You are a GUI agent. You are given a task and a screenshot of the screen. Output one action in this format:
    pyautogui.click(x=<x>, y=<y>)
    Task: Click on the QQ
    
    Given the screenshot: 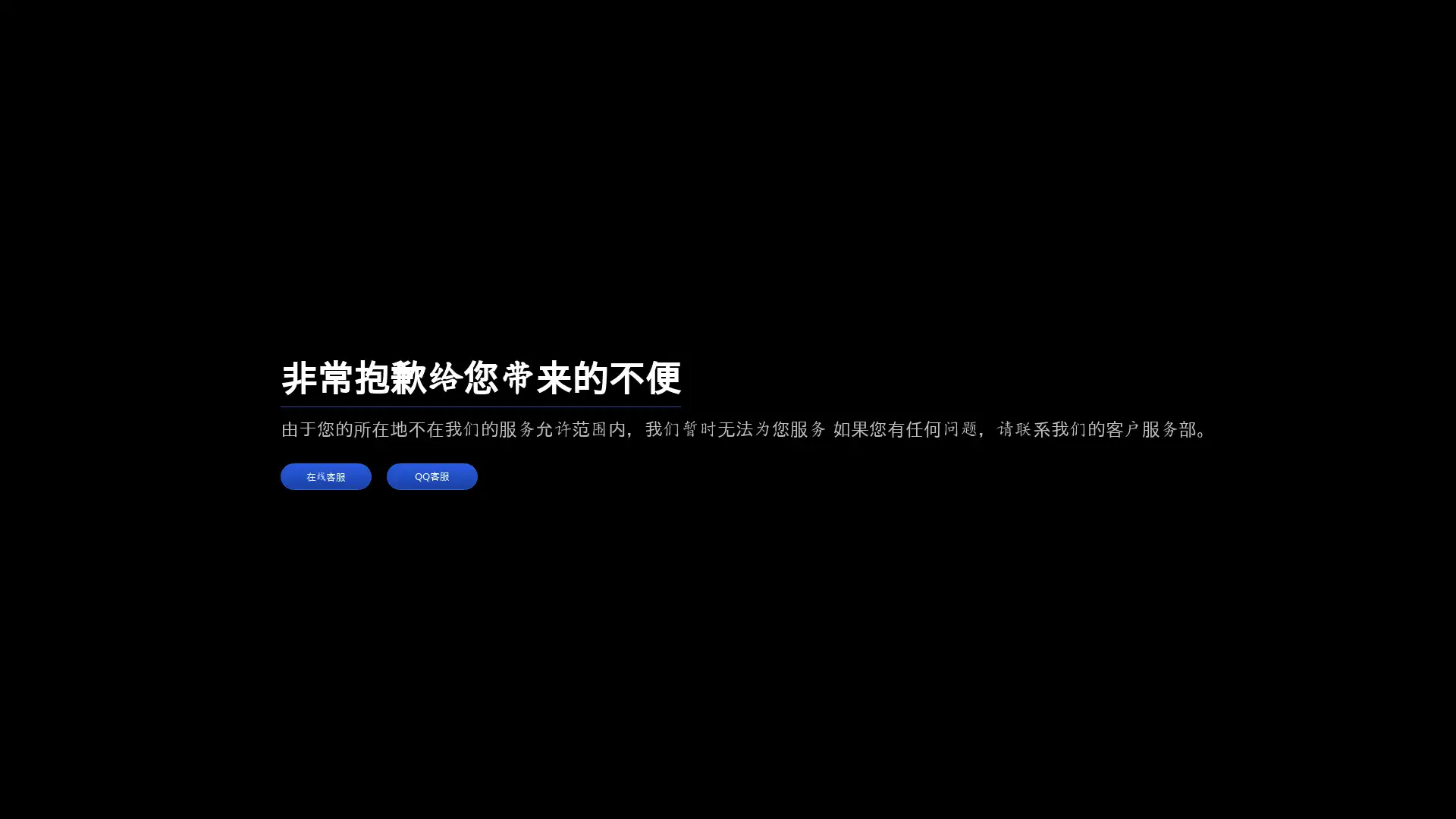 What is the action you would take?
    pyautogui.click(x=431, y=475)
    